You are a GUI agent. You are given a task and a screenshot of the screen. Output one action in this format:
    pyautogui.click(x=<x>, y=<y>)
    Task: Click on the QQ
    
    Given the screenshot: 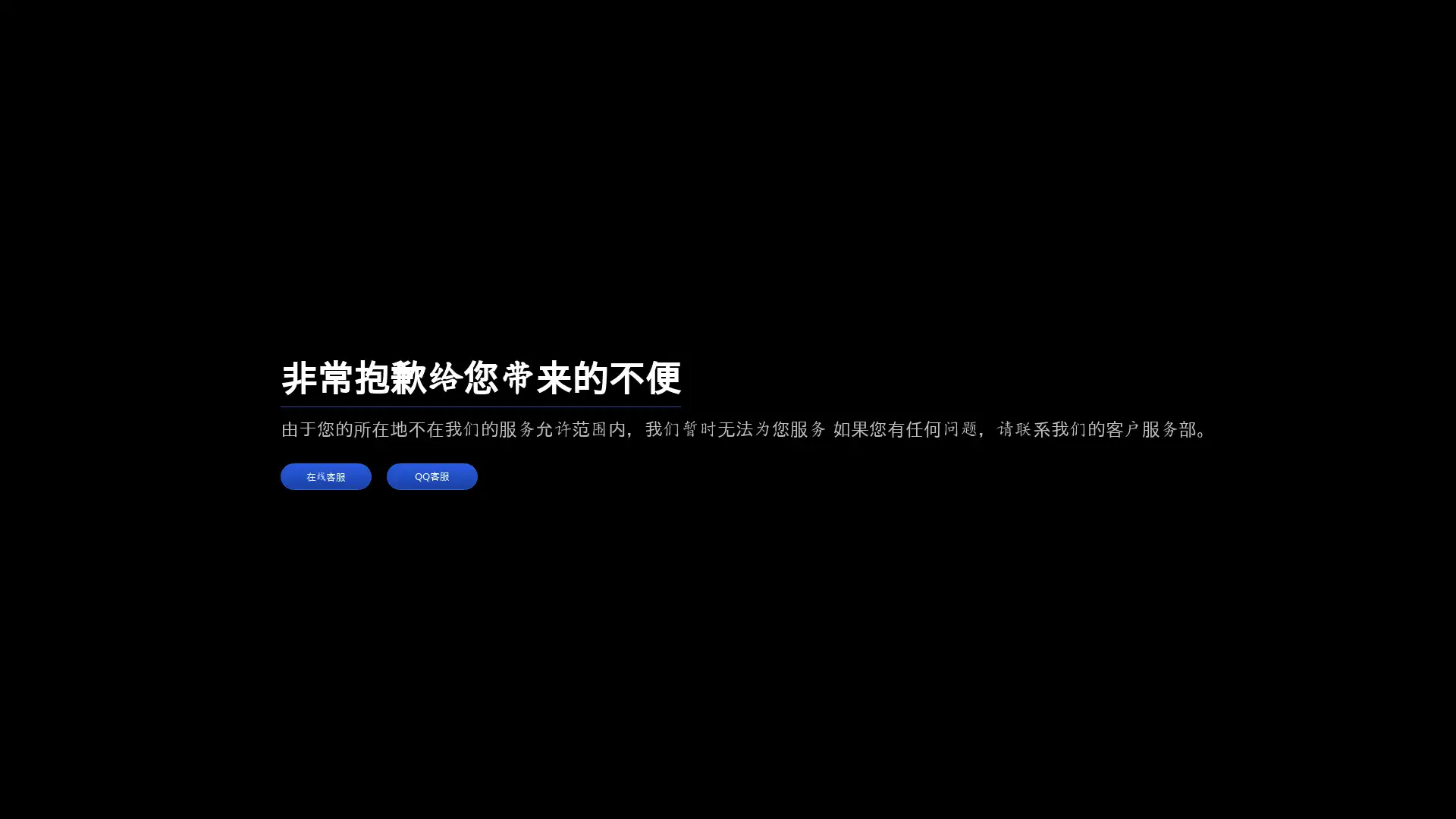 What is the action you would take?
    pyautogui.click(x=431, y=475)
    